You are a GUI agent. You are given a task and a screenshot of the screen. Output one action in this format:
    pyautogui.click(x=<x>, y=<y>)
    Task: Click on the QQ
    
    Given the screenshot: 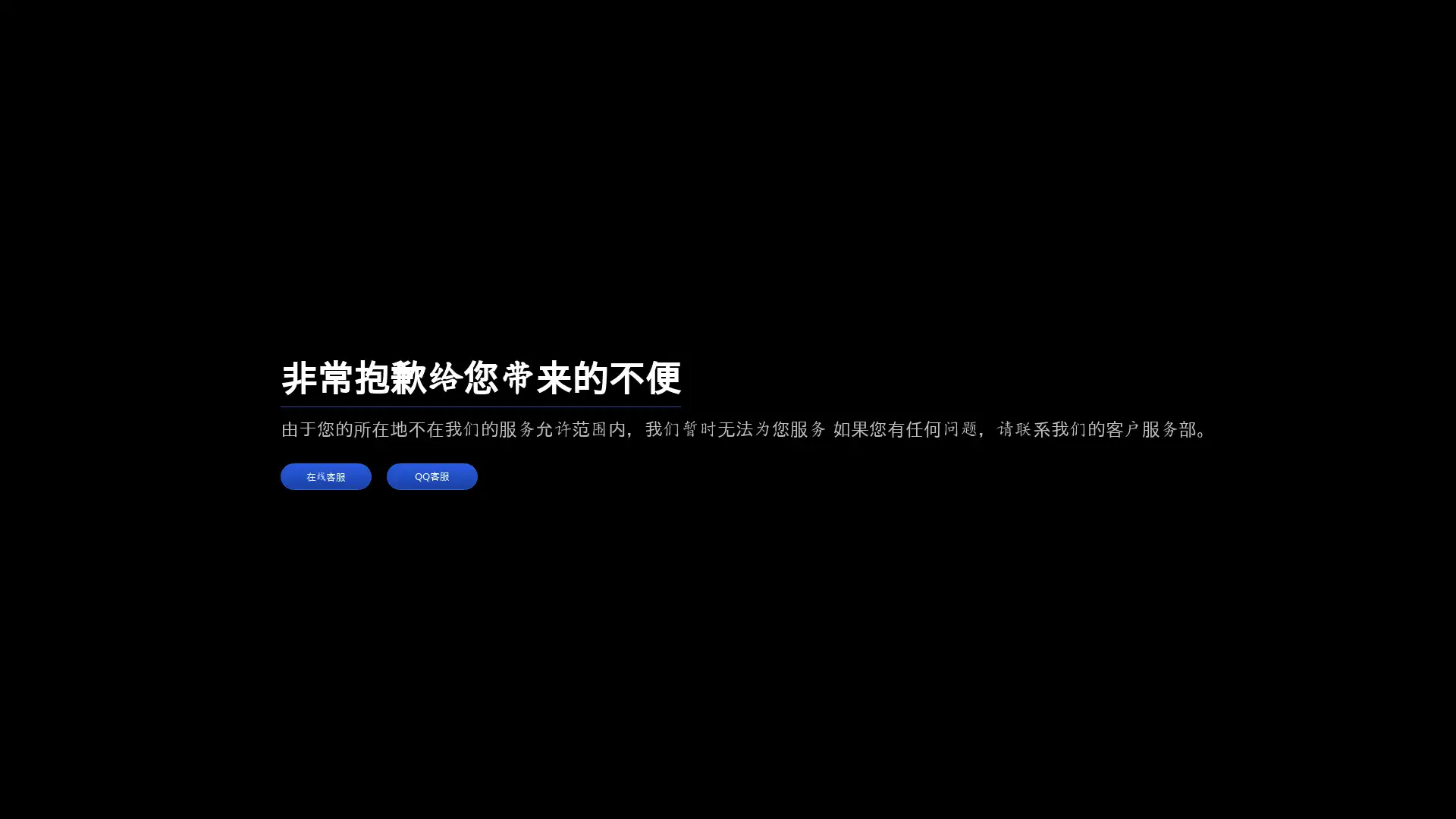 What is the action you would take?
    pyautogui.click(x=431, y=475)
    